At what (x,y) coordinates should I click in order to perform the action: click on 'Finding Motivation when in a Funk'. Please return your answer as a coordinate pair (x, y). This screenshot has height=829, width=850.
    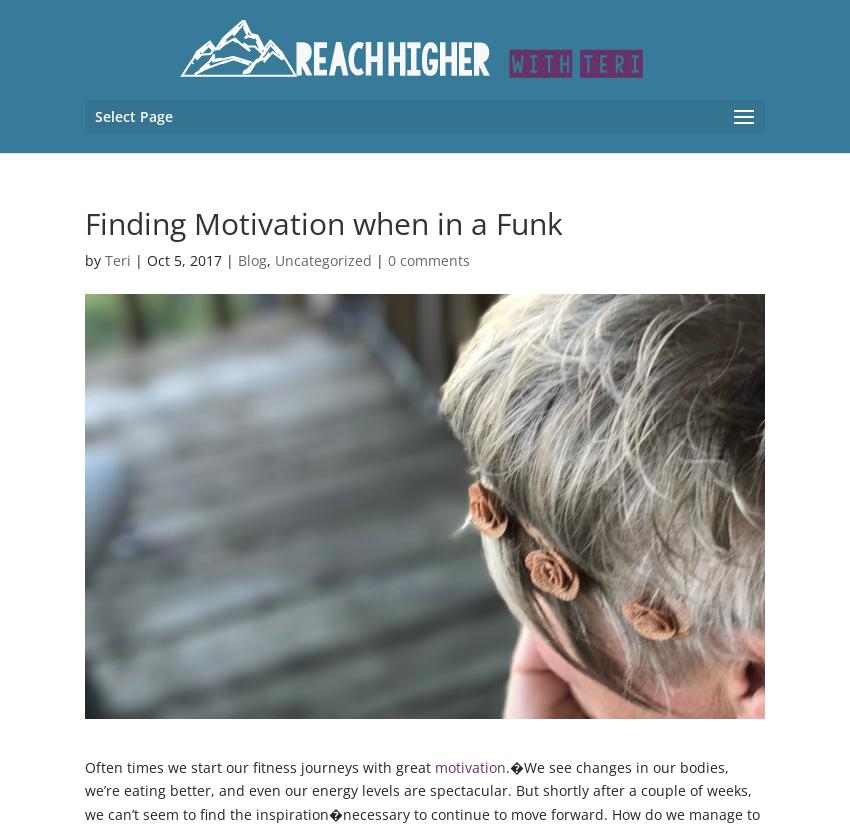
    Looking at the image, I should click on (324, 222).